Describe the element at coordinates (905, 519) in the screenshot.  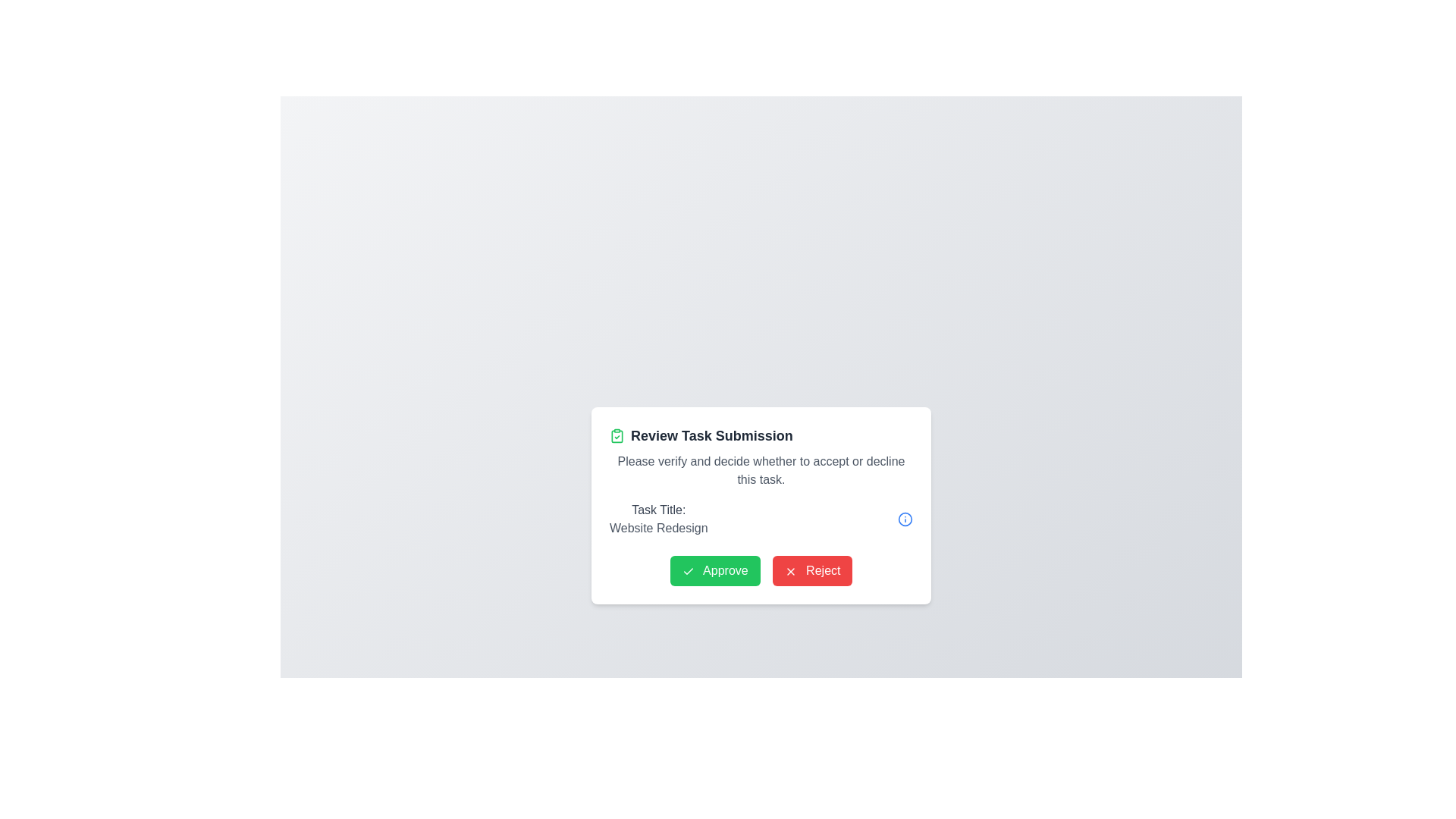
I see `the blue-stroked circular outline in the top-right corner of the modal interface to view more information about the 'Website Redesign' task` at that location.